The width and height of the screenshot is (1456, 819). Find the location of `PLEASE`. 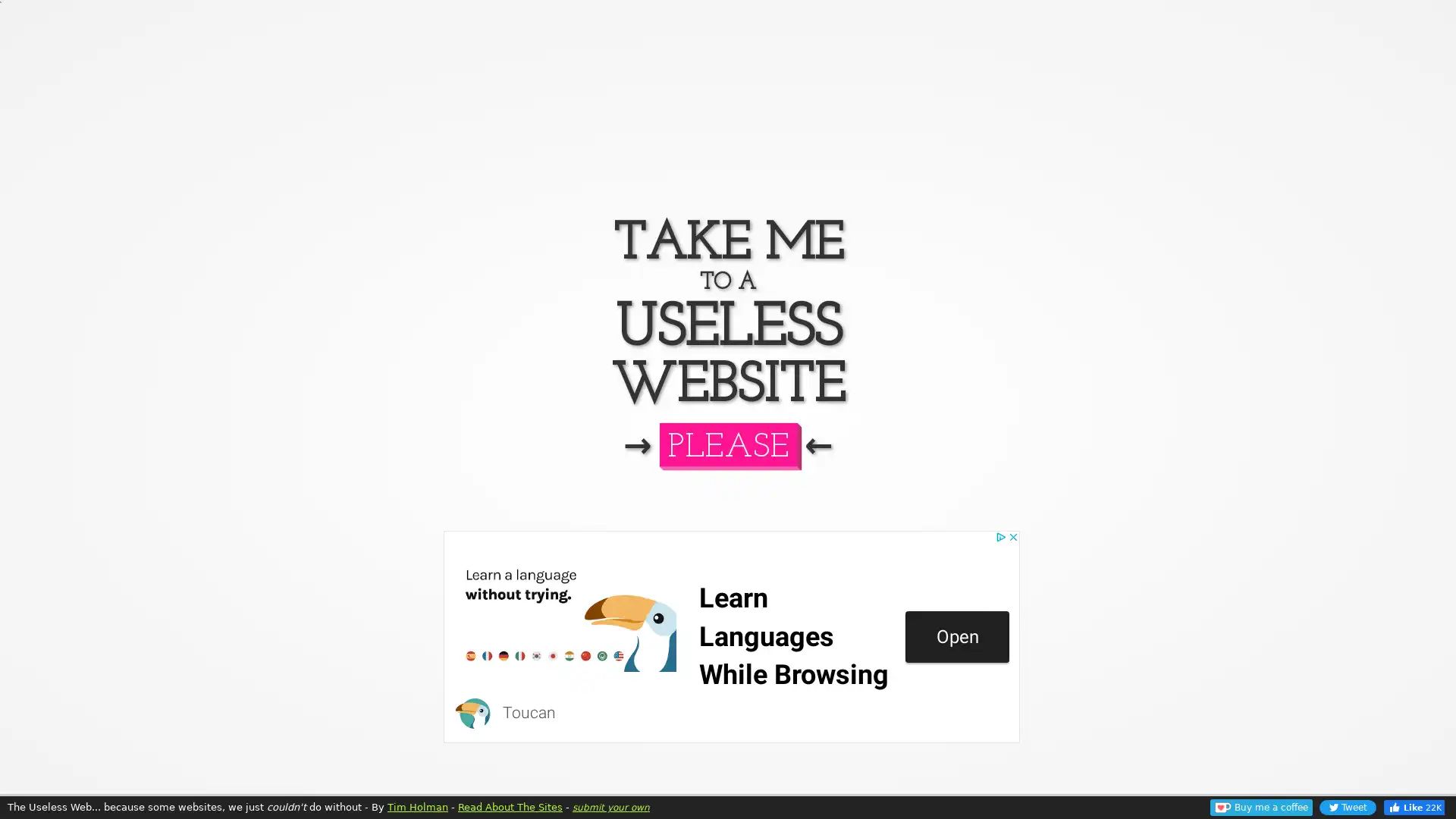

PLEASE is located at coordinates (726, 444).